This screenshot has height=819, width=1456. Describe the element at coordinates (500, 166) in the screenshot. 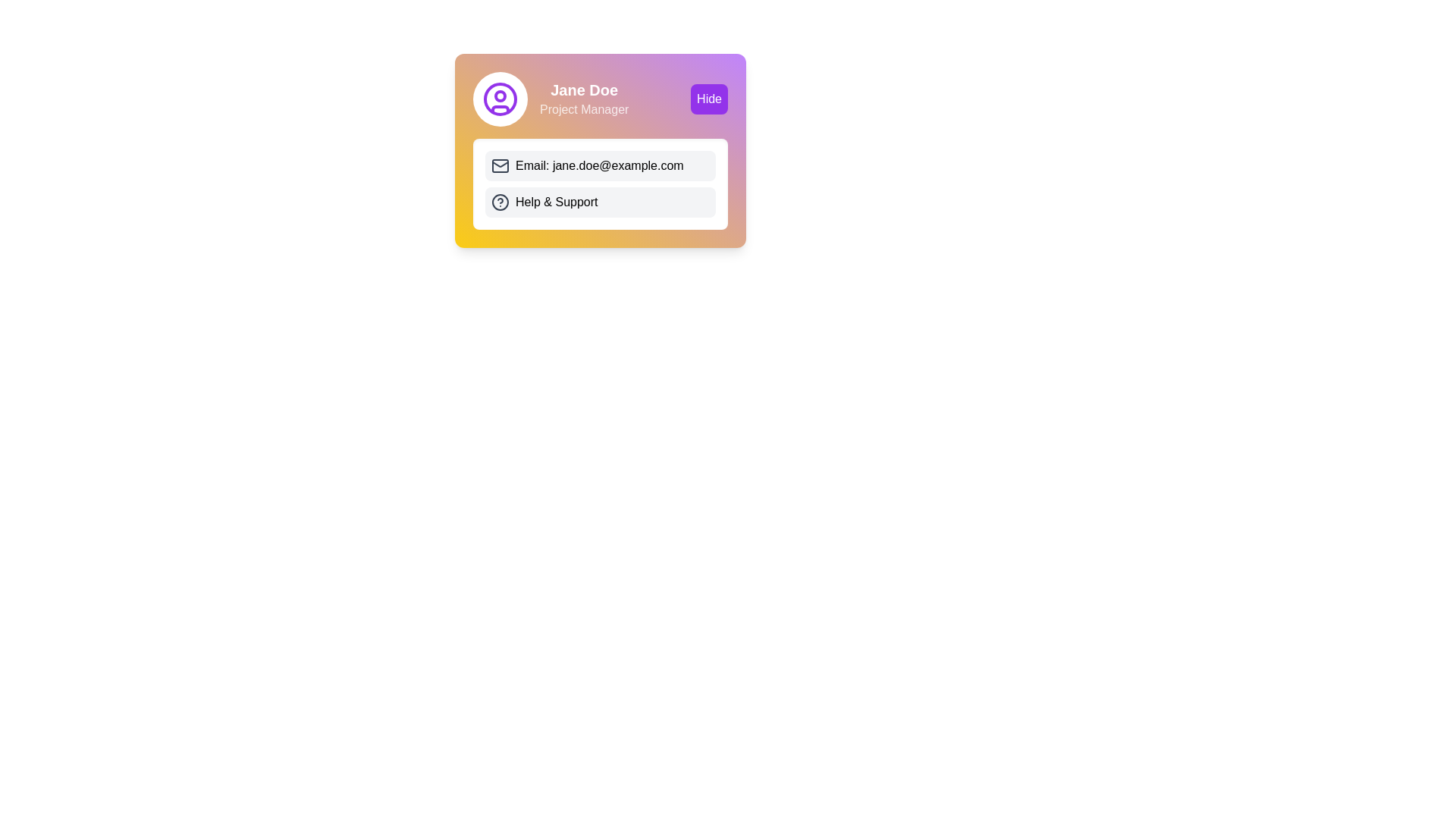

I see `the outermost rectangle with rounded corners of the mail icon located next to the textual label 'Email: jane.doe@example.com' within the user card interface` at that location.